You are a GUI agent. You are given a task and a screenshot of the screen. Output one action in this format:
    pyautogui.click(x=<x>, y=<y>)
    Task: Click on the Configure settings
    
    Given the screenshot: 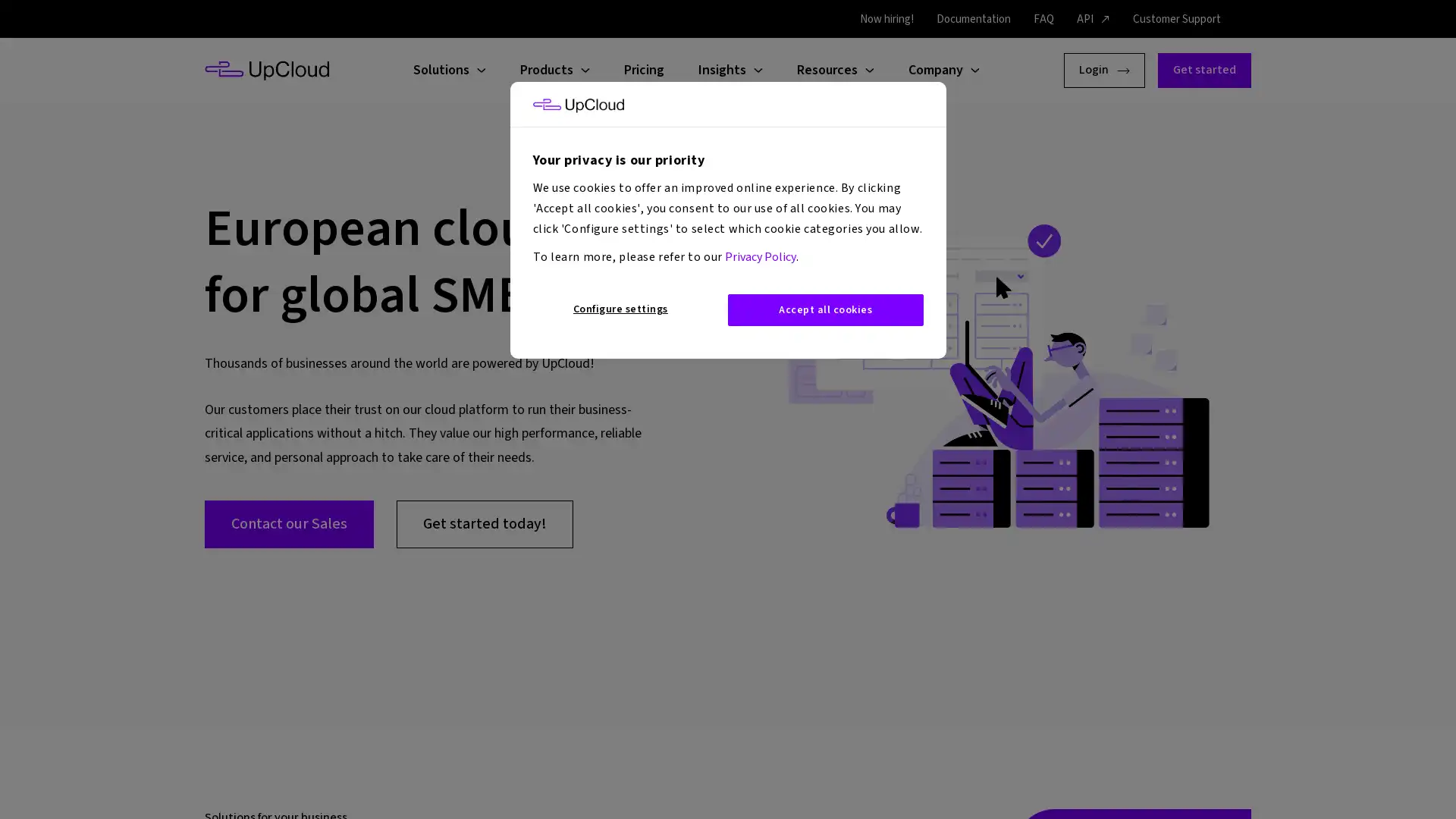 What is the action you would take?
    pyautogui.click(x=620, y=309)
    